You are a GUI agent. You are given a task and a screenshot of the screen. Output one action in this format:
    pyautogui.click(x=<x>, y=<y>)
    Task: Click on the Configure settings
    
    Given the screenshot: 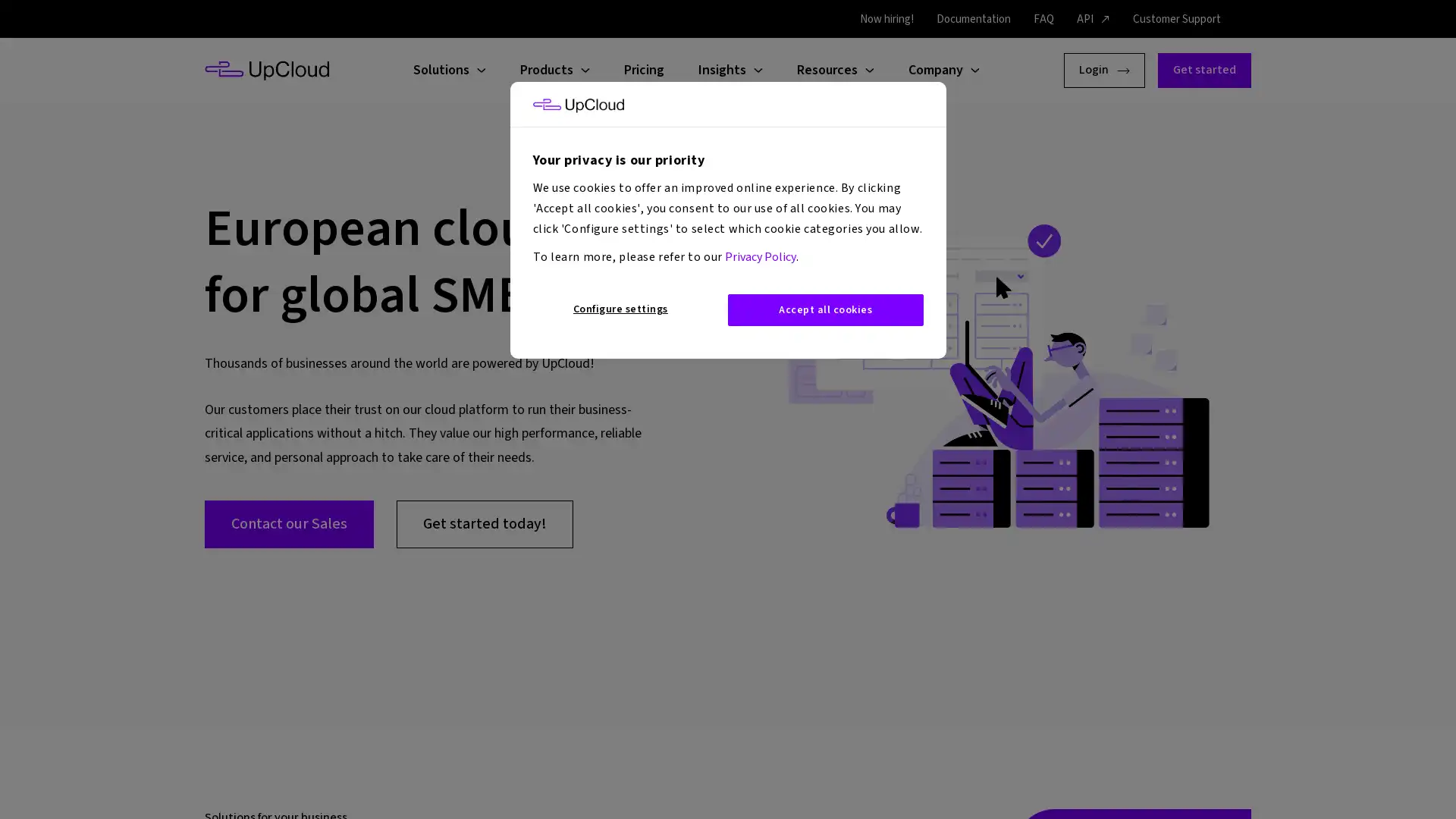 What is the action you would take?
    pyautogui.click(x=620, y=309)
    